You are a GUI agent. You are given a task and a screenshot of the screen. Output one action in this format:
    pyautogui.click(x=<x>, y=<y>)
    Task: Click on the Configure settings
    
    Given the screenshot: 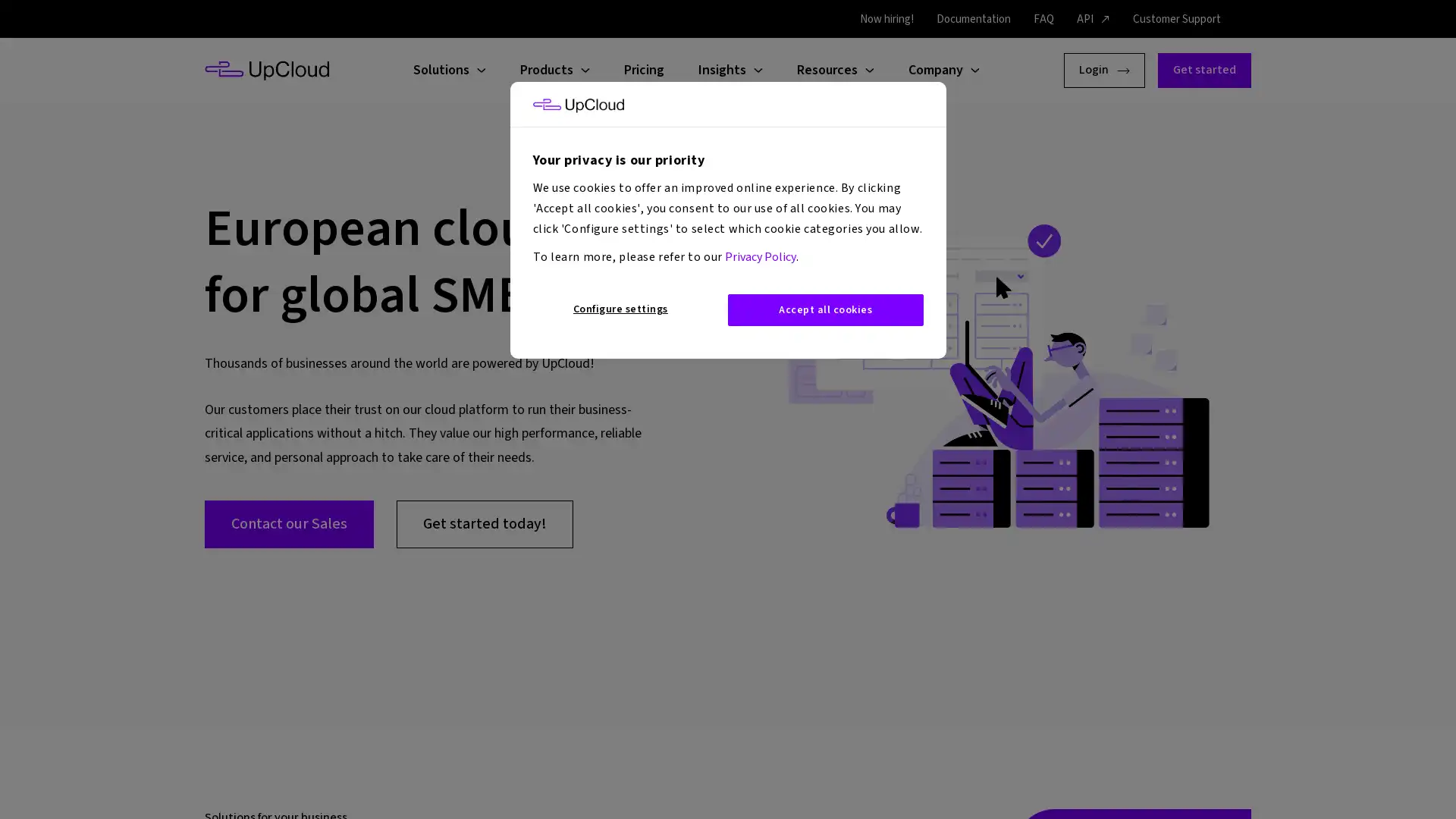 What is the action you would take?
    pyautogui.click(x=620, y=309)
    